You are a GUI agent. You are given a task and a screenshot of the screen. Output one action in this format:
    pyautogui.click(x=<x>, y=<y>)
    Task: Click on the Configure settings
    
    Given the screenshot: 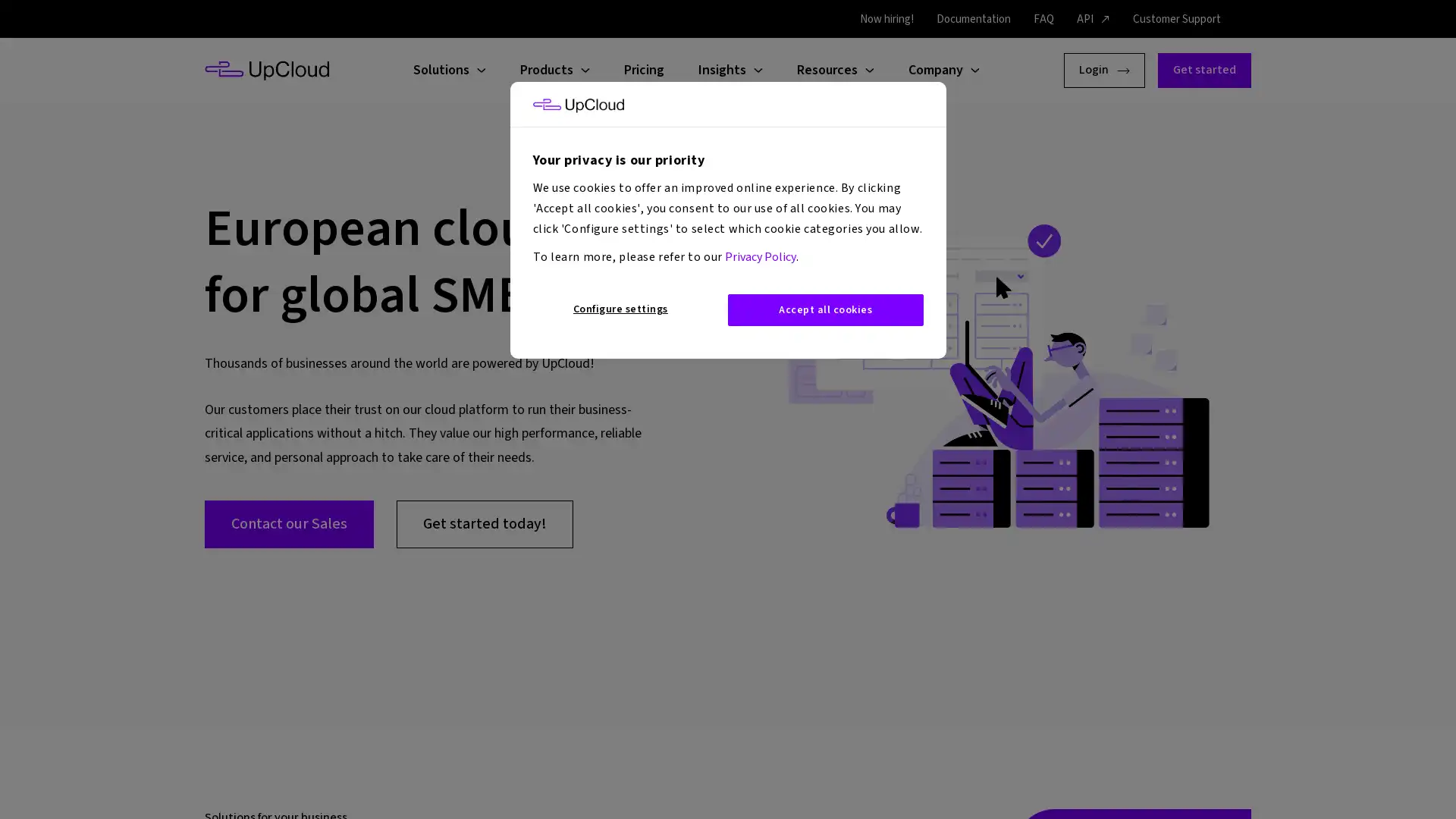 What is the action you would take?
    pyautogui.click(x=620, y=309)
    